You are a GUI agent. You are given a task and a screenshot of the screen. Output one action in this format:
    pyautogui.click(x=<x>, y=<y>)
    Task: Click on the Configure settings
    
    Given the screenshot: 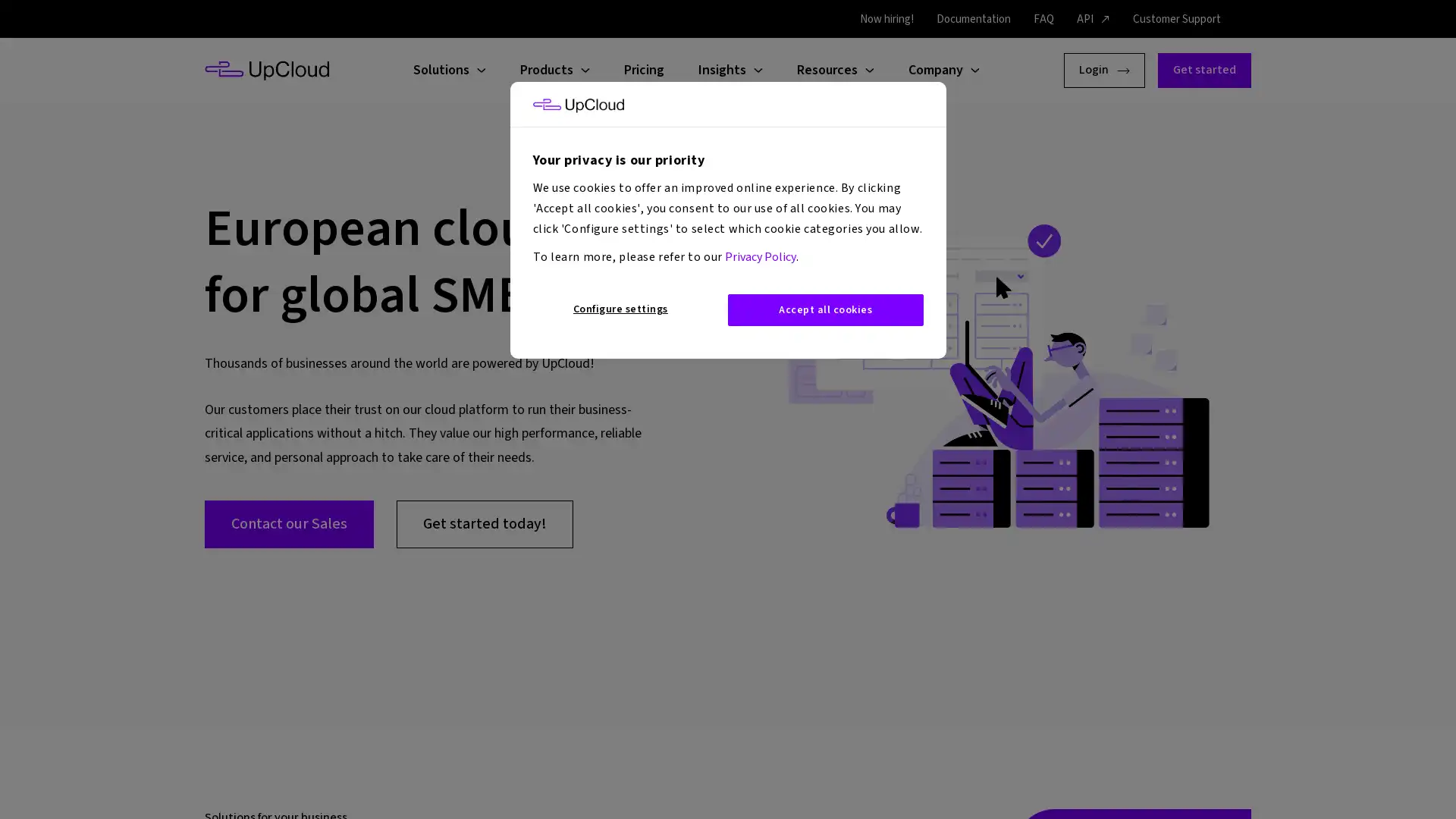 What is the action you would take?
    pyautogui.click(x=620, y=309)
    